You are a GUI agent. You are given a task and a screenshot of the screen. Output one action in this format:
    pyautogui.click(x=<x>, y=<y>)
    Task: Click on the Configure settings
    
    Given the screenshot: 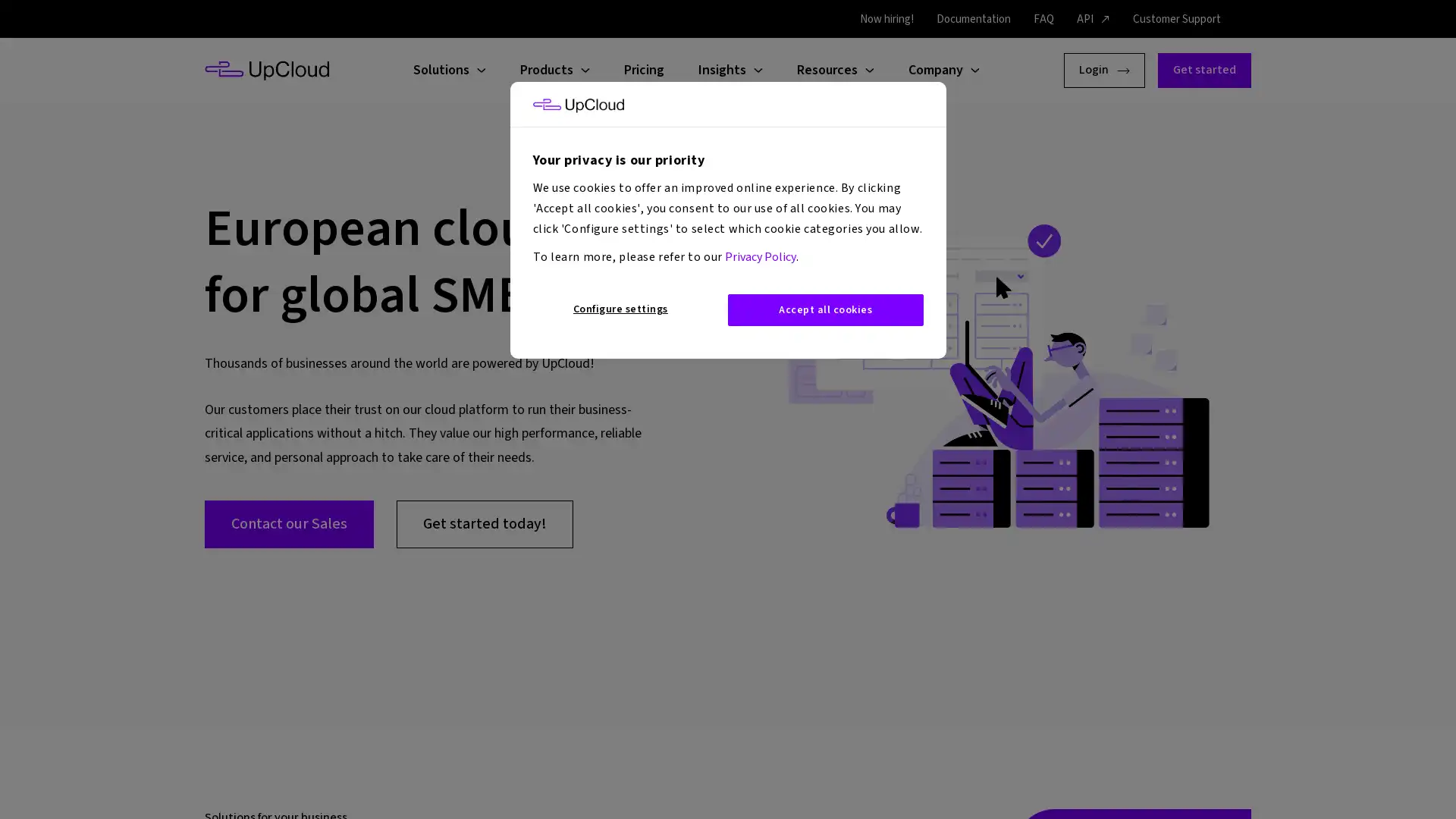 What is the action you would take?
    pyautogui.click(x=620, y=309)
    